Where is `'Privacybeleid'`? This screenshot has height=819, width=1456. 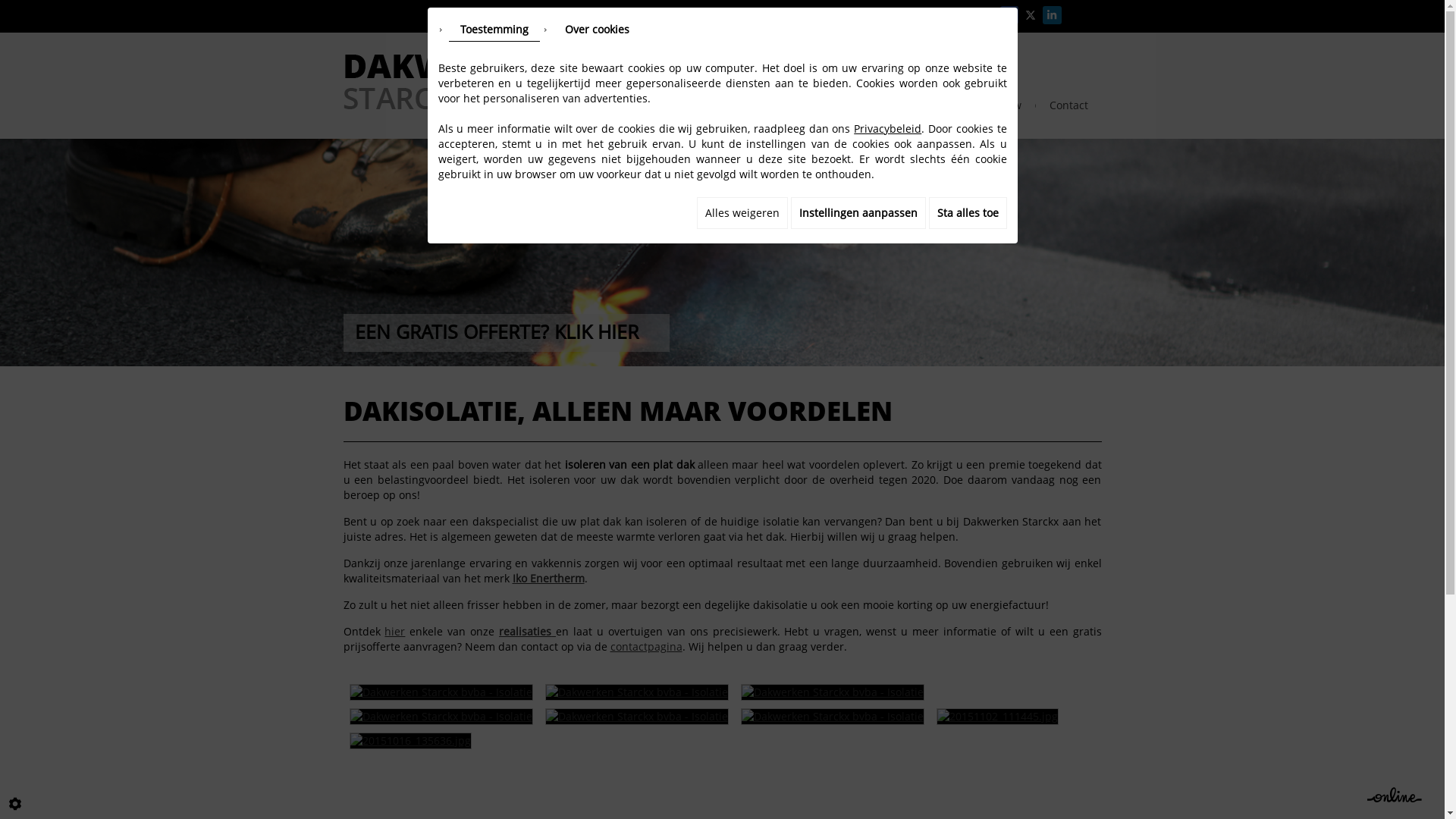
'Privacybeleid' is located at coordinates (887, 127).